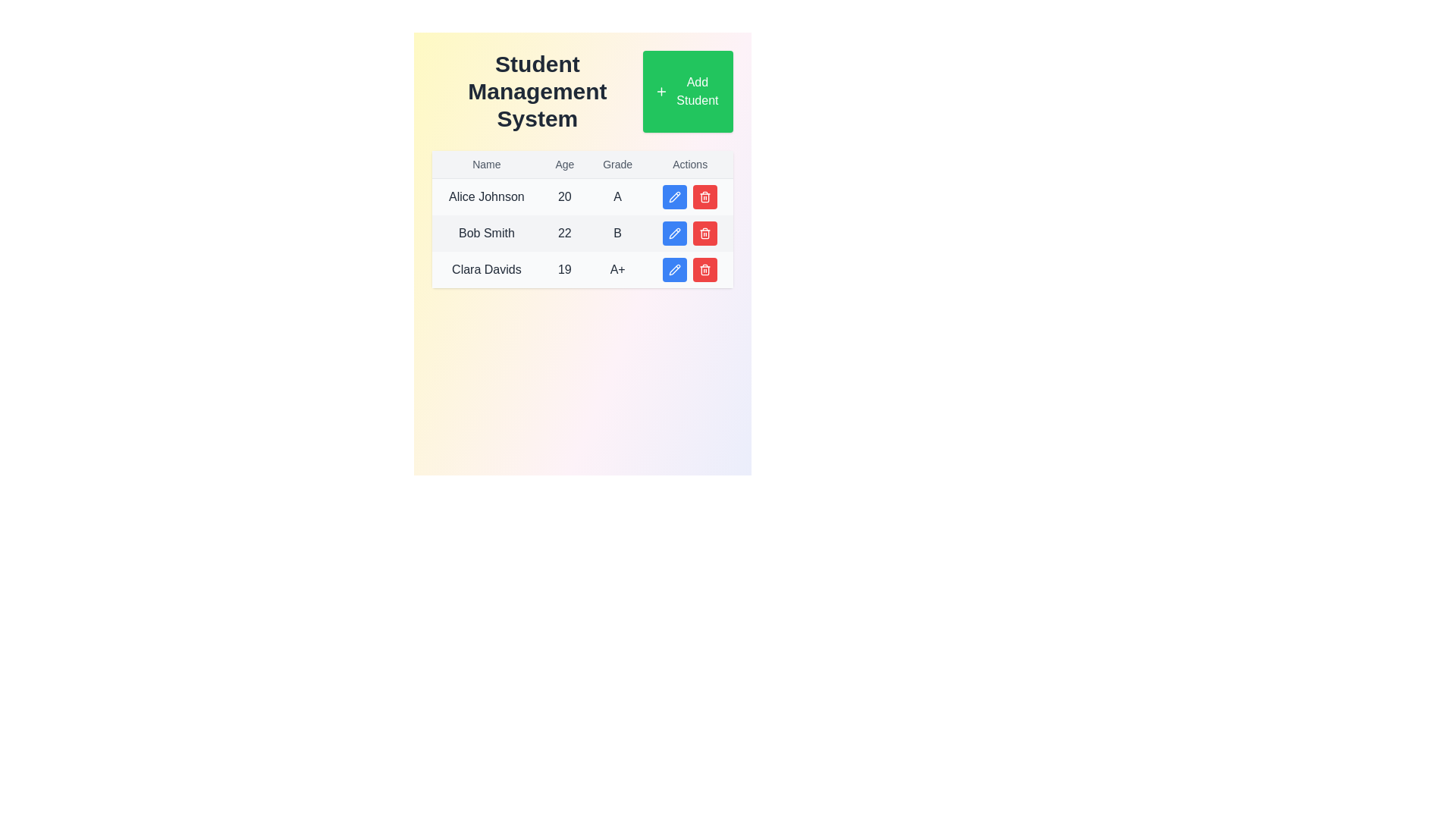 The width and height of the screenshot is (1456, 819). Describe the element at coordinates (582, 268) in the screenshot. I see `the last row in the data table displaying information about student Clara Davids` at that location.